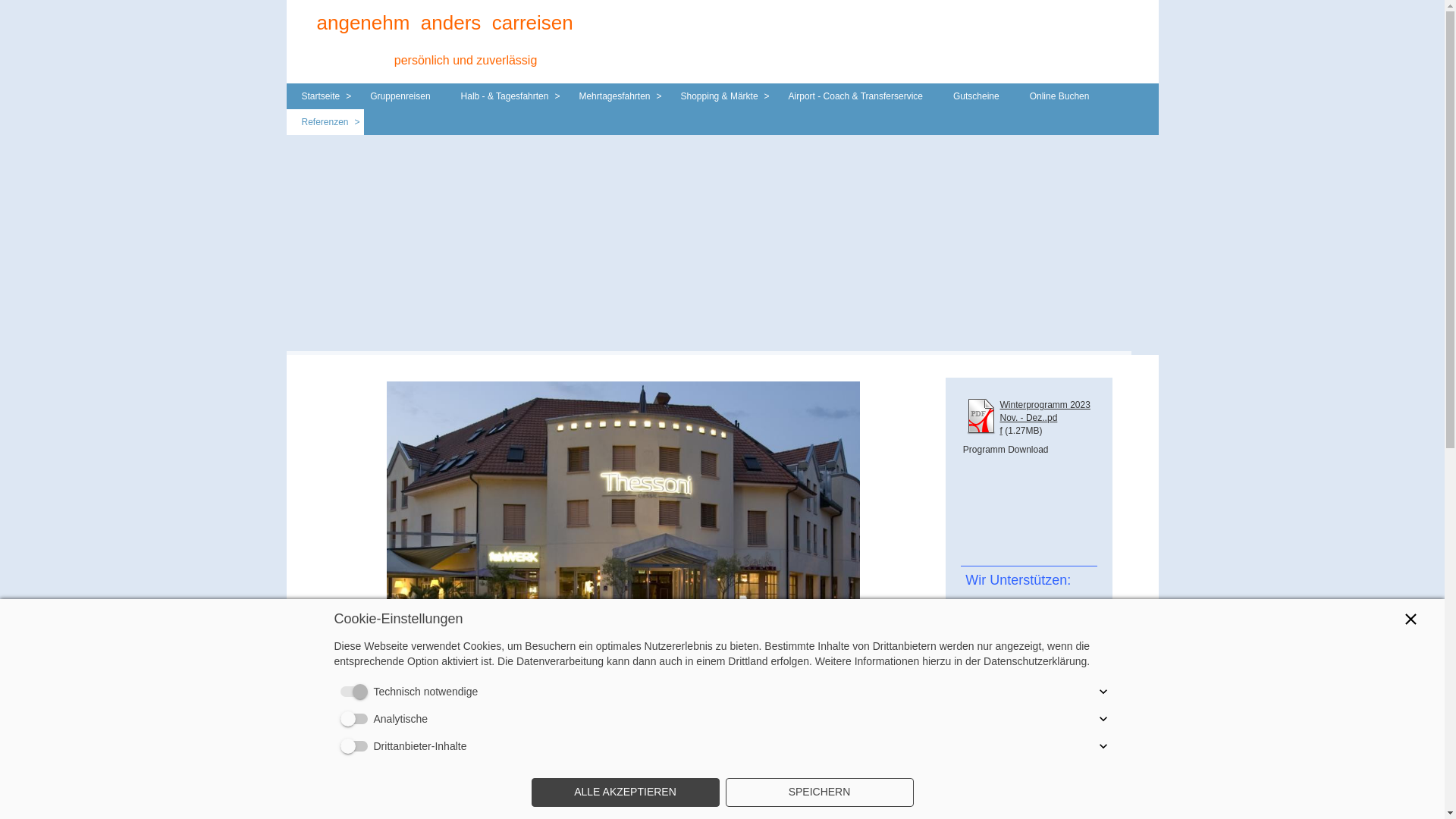 The image size is (1456, 819). Describe the element at coordinates (976, 96) in the screenshot. I see `'Gutscheine'` at that location.